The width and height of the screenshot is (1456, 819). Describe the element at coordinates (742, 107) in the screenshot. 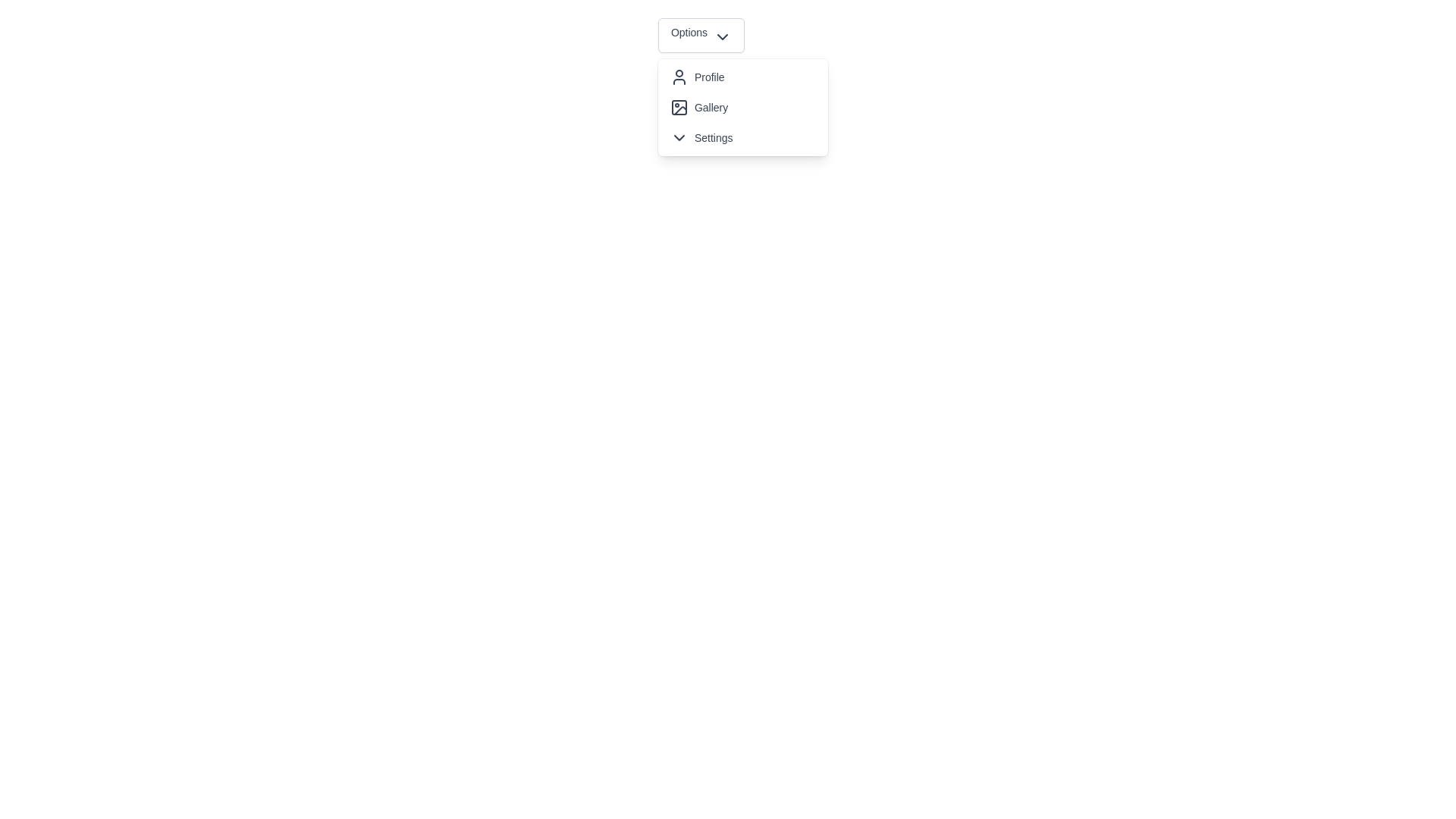

I see `the 'Gallery' list item, which is the second item in the dropdown menu below the 'Options' button` at that location.